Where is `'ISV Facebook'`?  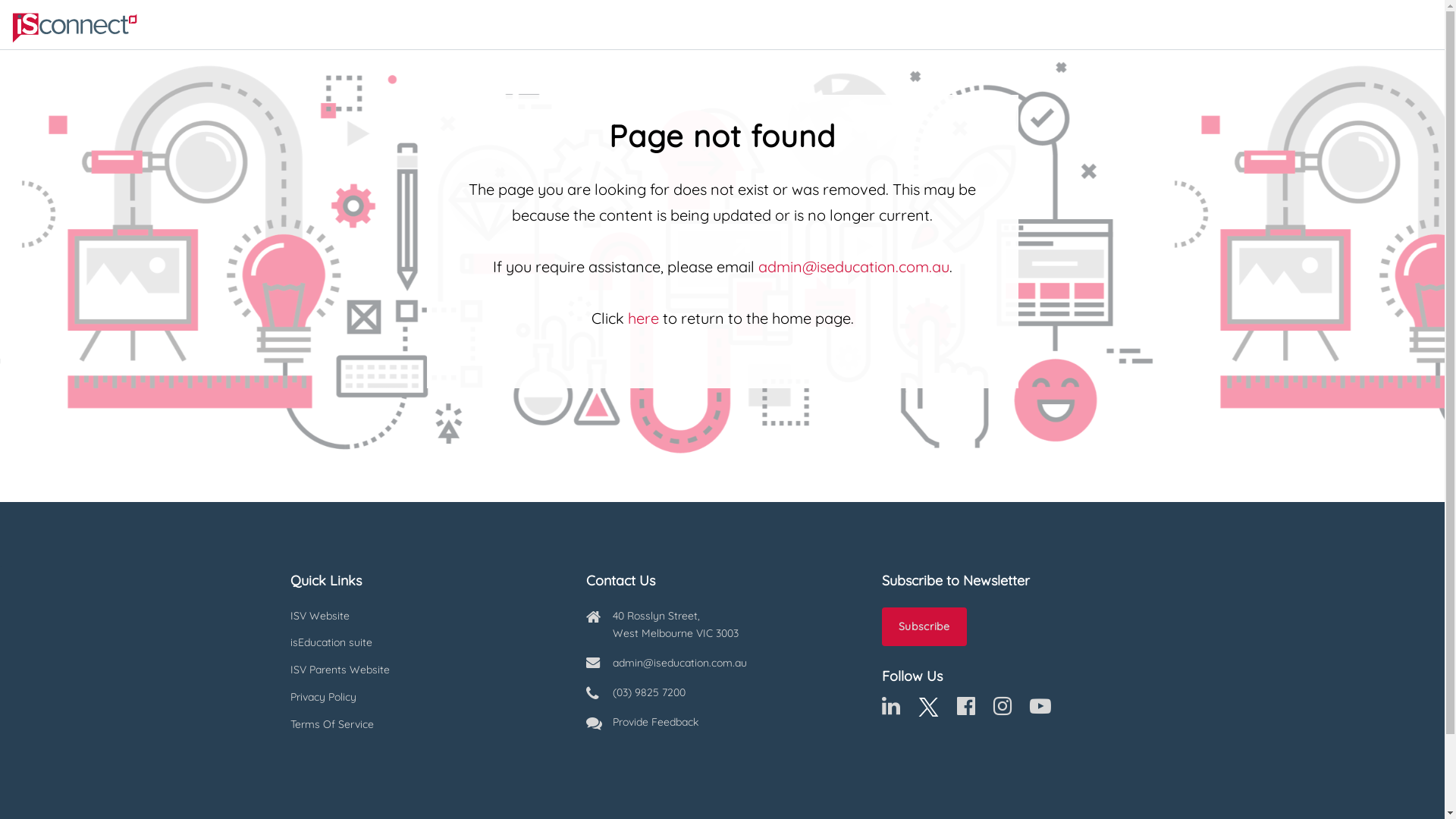
'ISV Facebook' is located at coordinates (965, 710).